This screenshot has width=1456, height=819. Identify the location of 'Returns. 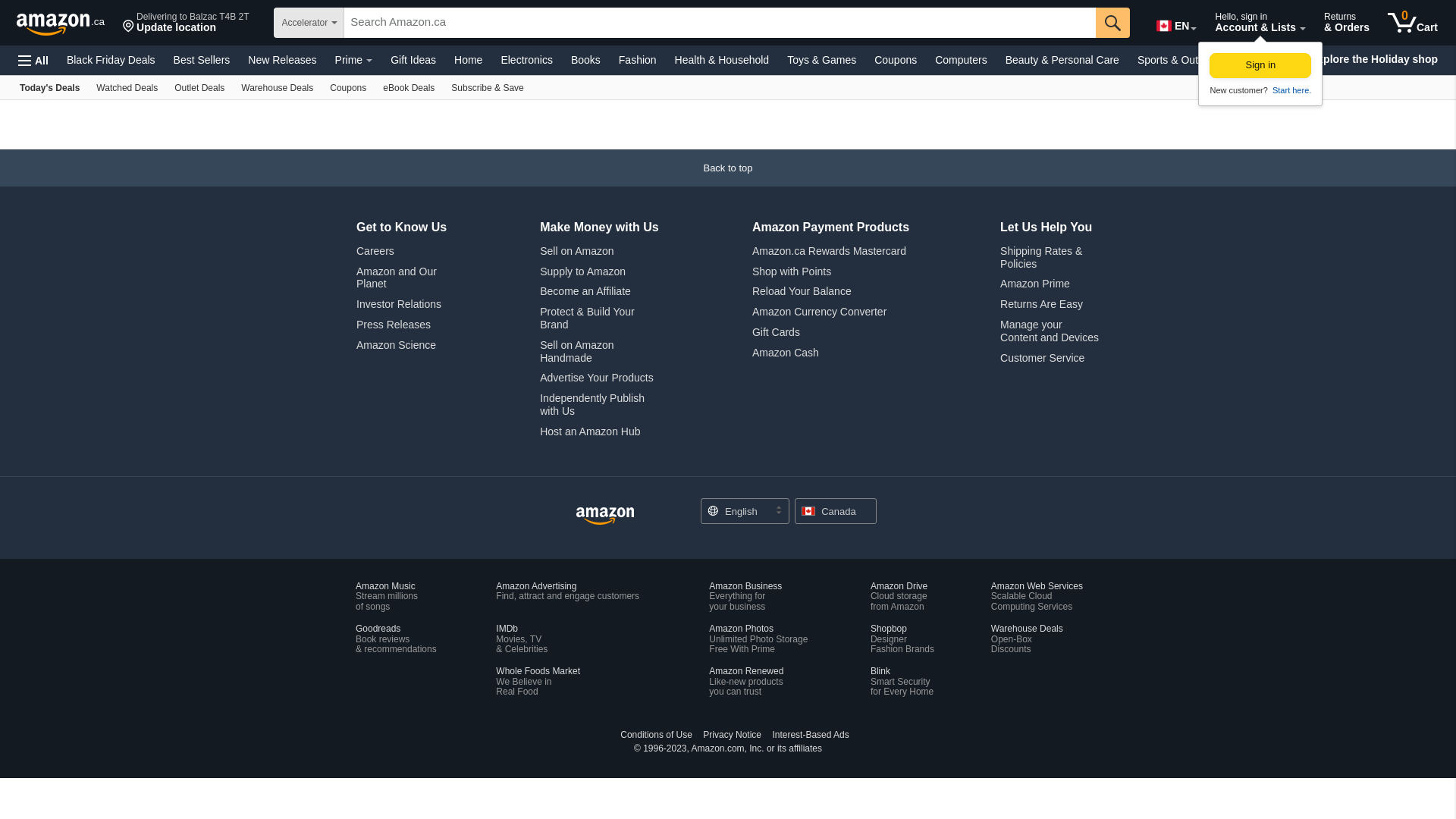
(1347, 23).